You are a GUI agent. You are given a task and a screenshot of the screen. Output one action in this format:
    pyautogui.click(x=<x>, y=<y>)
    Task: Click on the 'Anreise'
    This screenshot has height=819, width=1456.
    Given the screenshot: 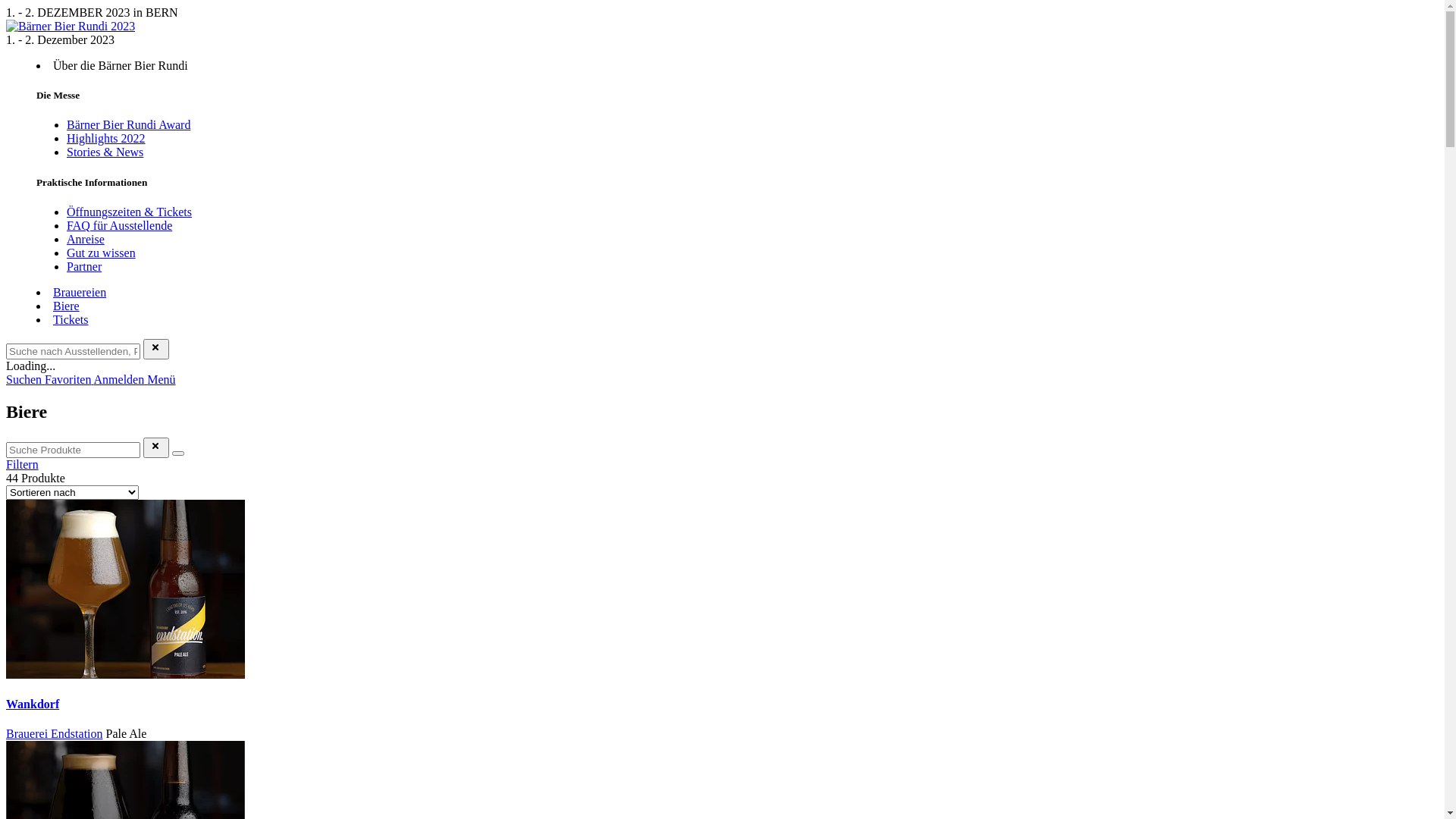 What is the action you would take?
    pyautogui.click(x=85, y=239)
    